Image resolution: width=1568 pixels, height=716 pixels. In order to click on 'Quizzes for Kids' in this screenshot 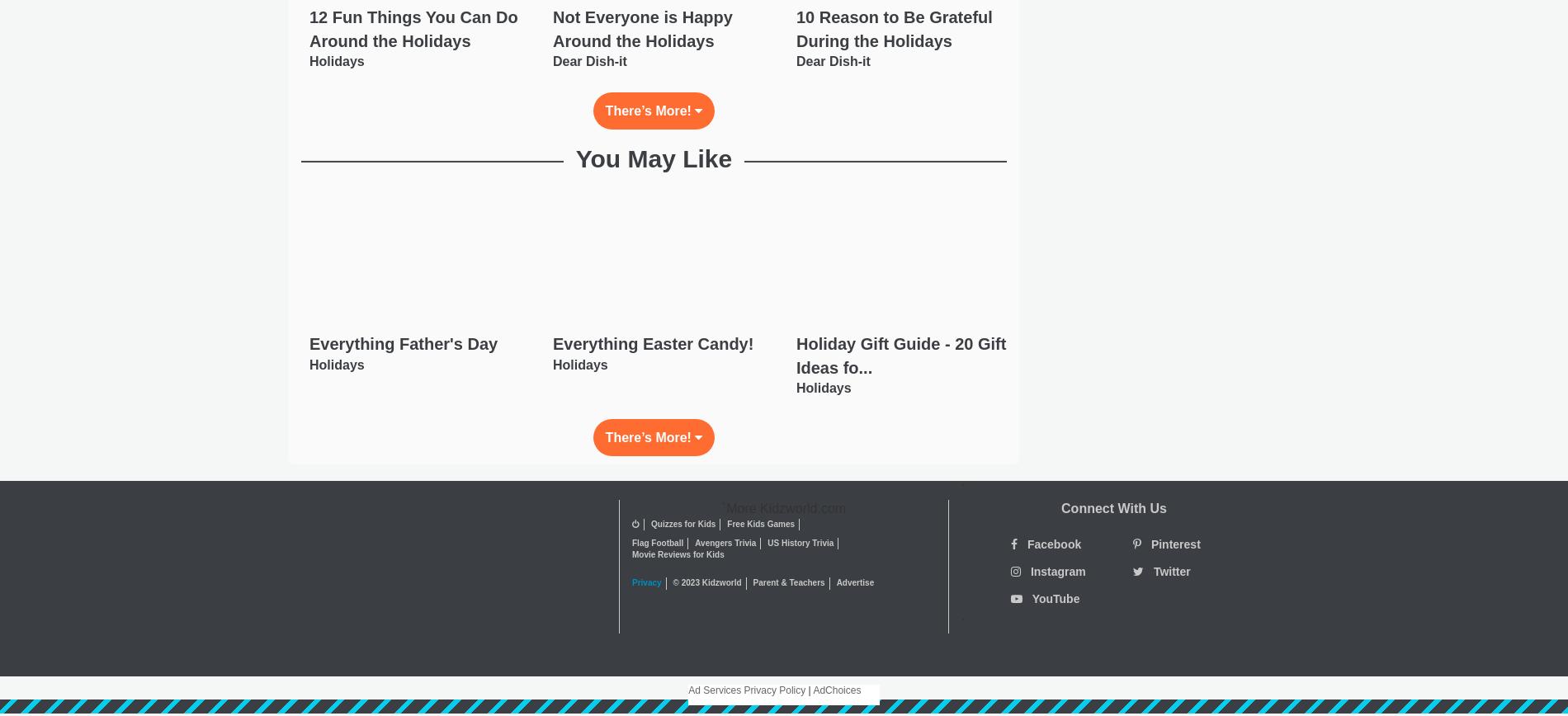, I will do `click(682, 524)`.